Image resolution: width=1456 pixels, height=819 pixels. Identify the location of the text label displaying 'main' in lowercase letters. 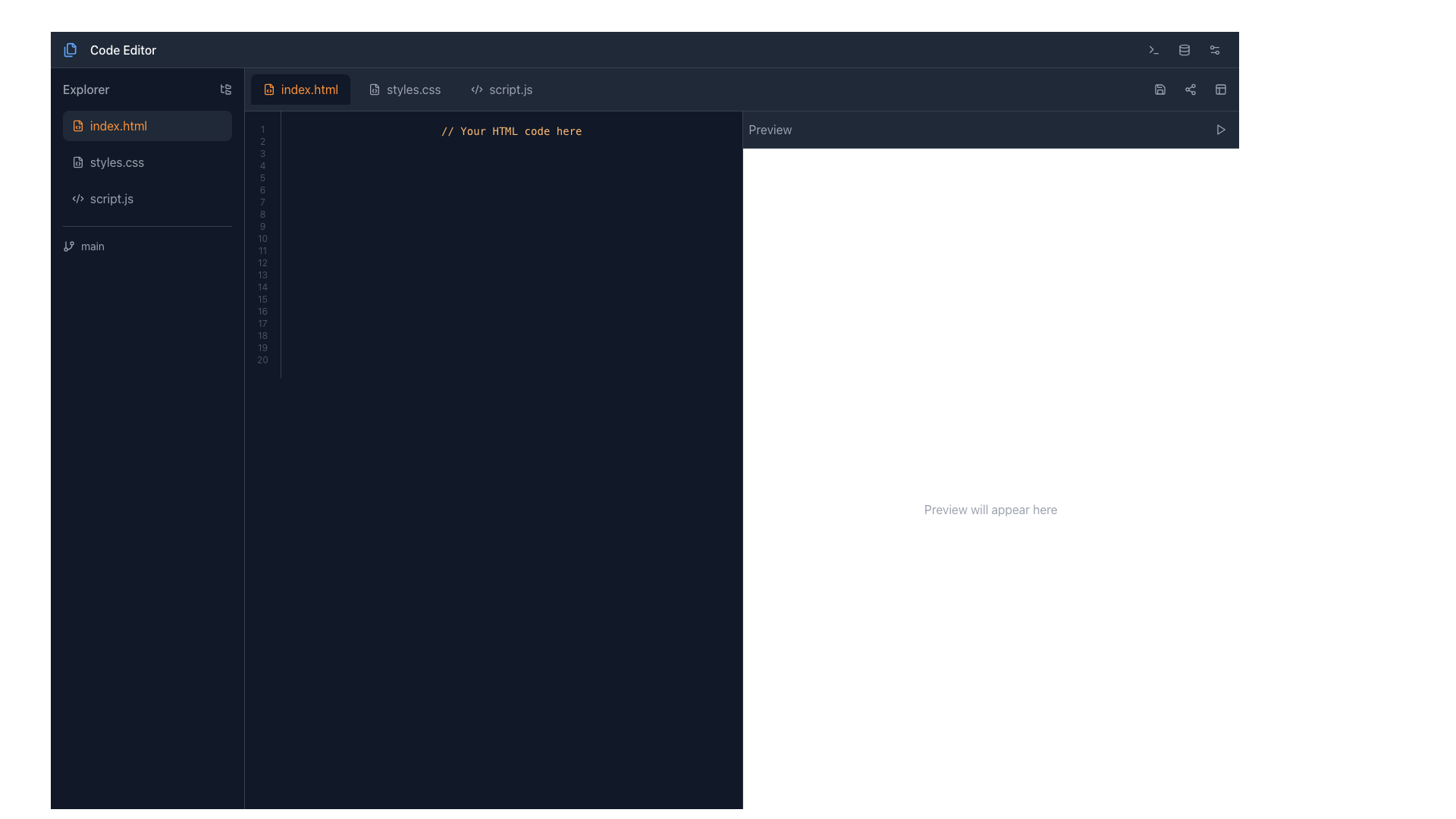
(92, 245).